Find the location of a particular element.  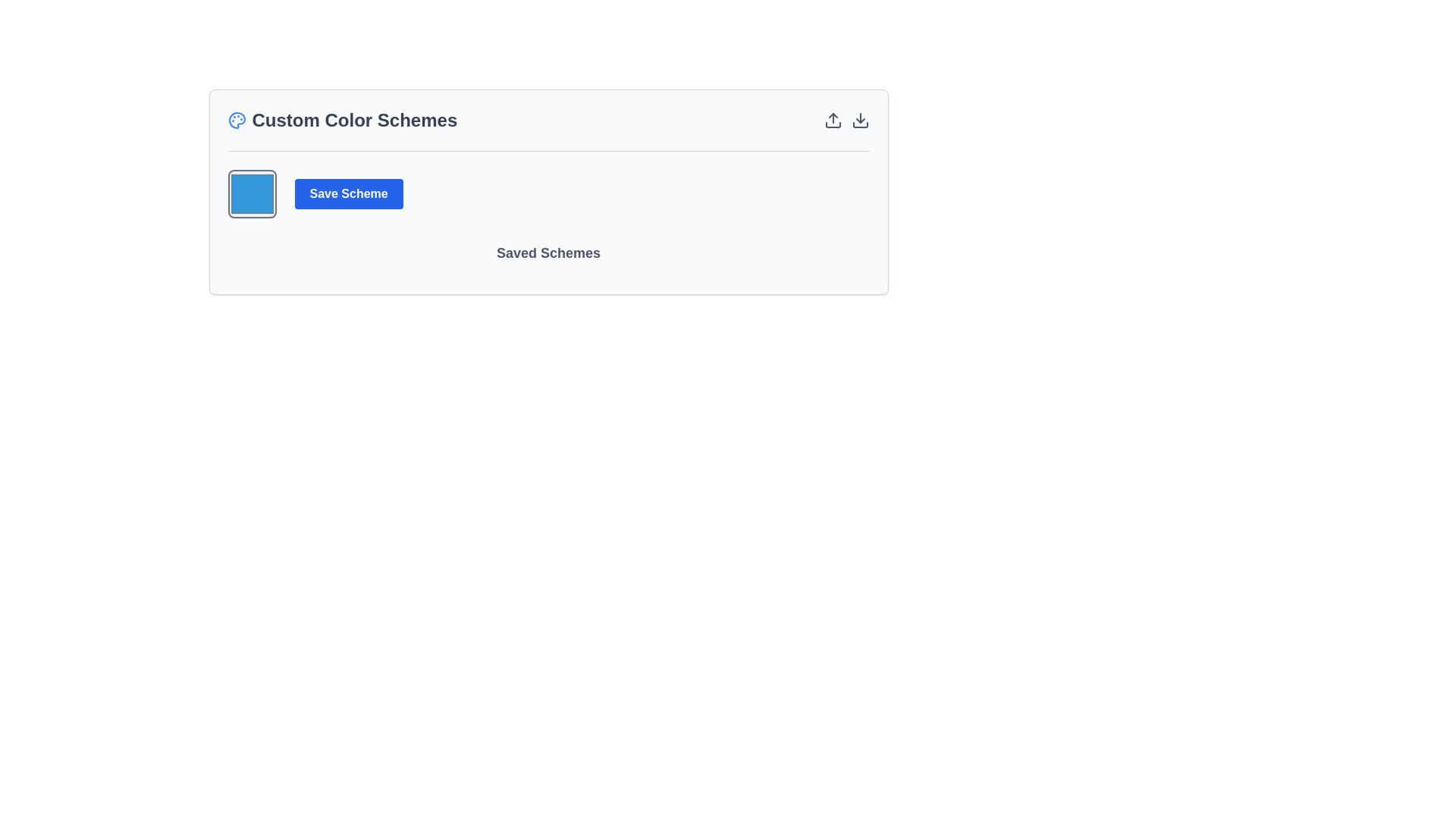

the bright blue color block with rounded corners is located at coordinates (252, 193).